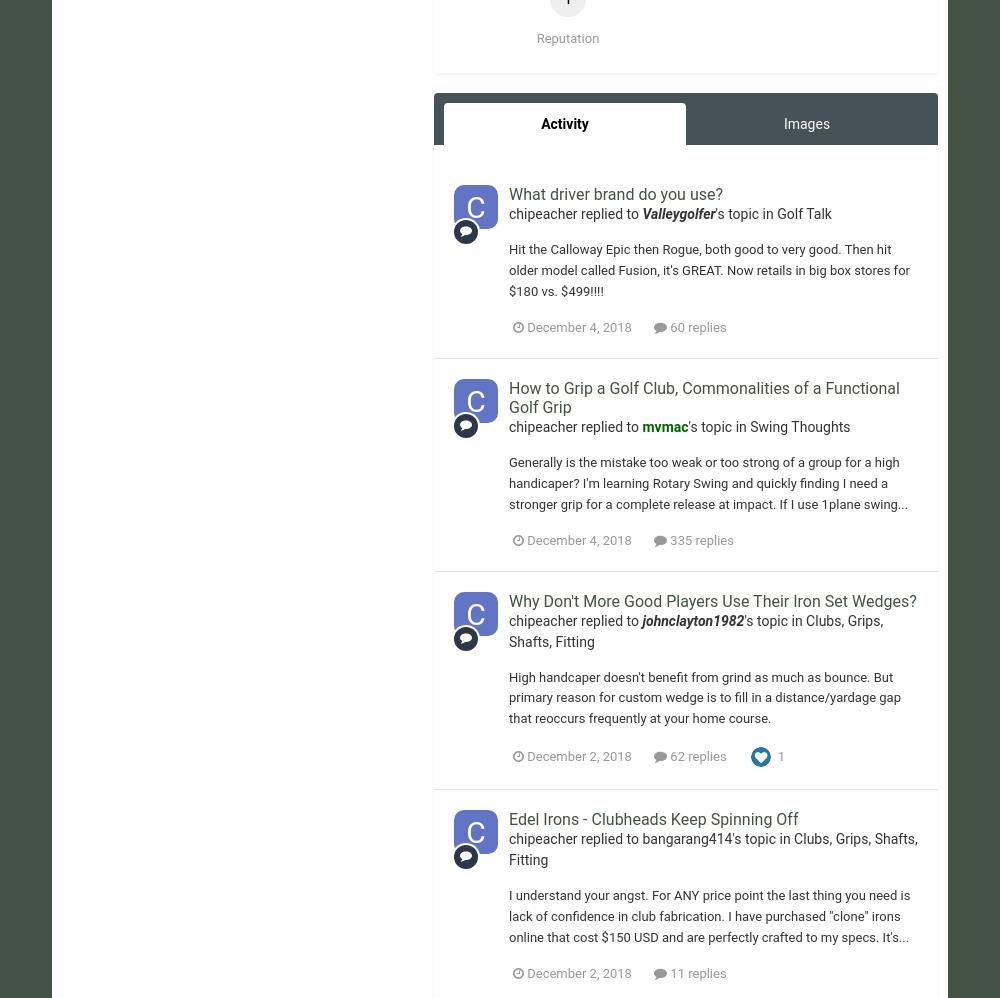  I want to click on '510 replies', so click(707, 115).